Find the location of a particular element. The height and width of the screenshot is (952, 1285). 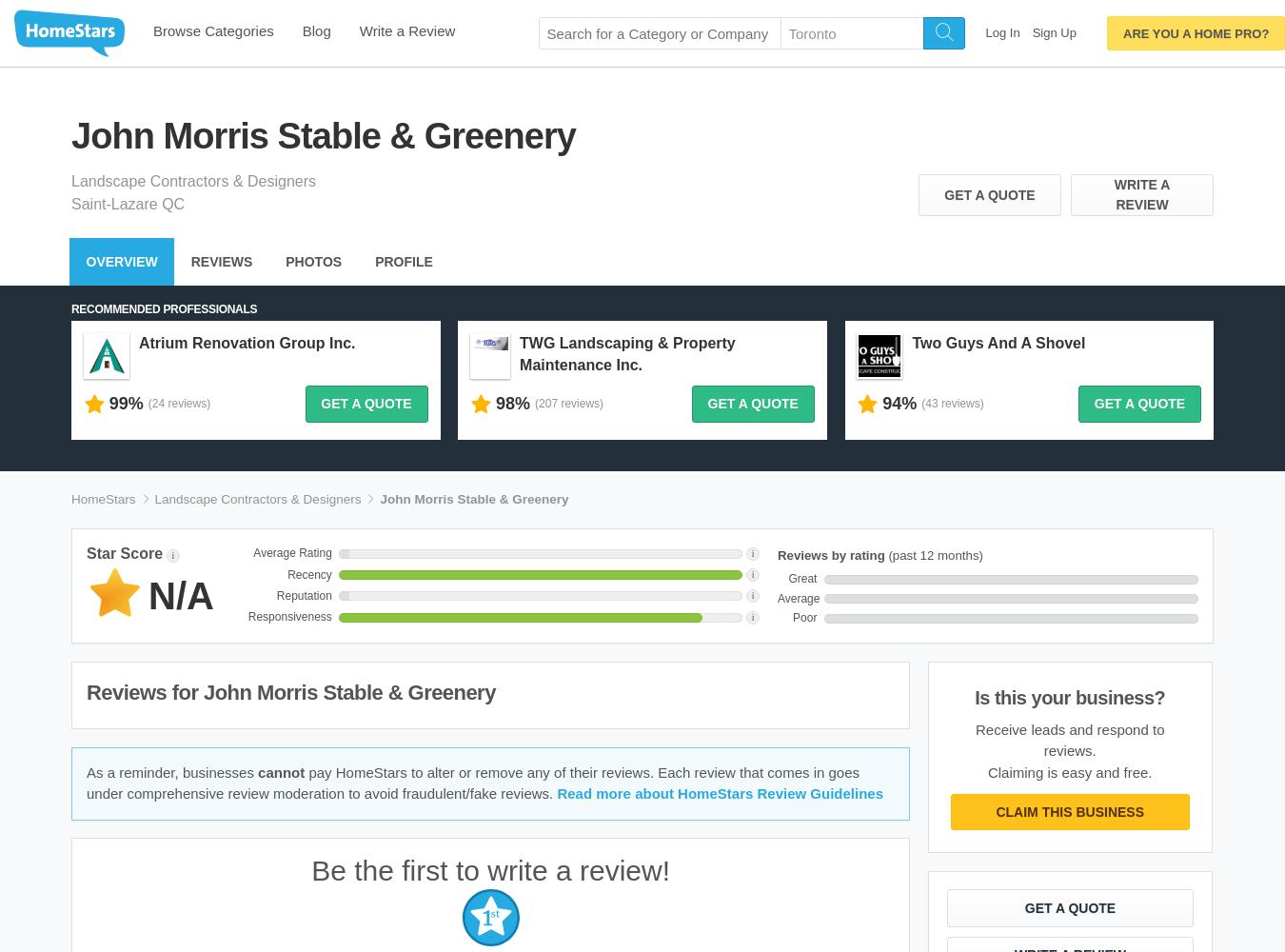

'43' is located at coordinates (930, 404).